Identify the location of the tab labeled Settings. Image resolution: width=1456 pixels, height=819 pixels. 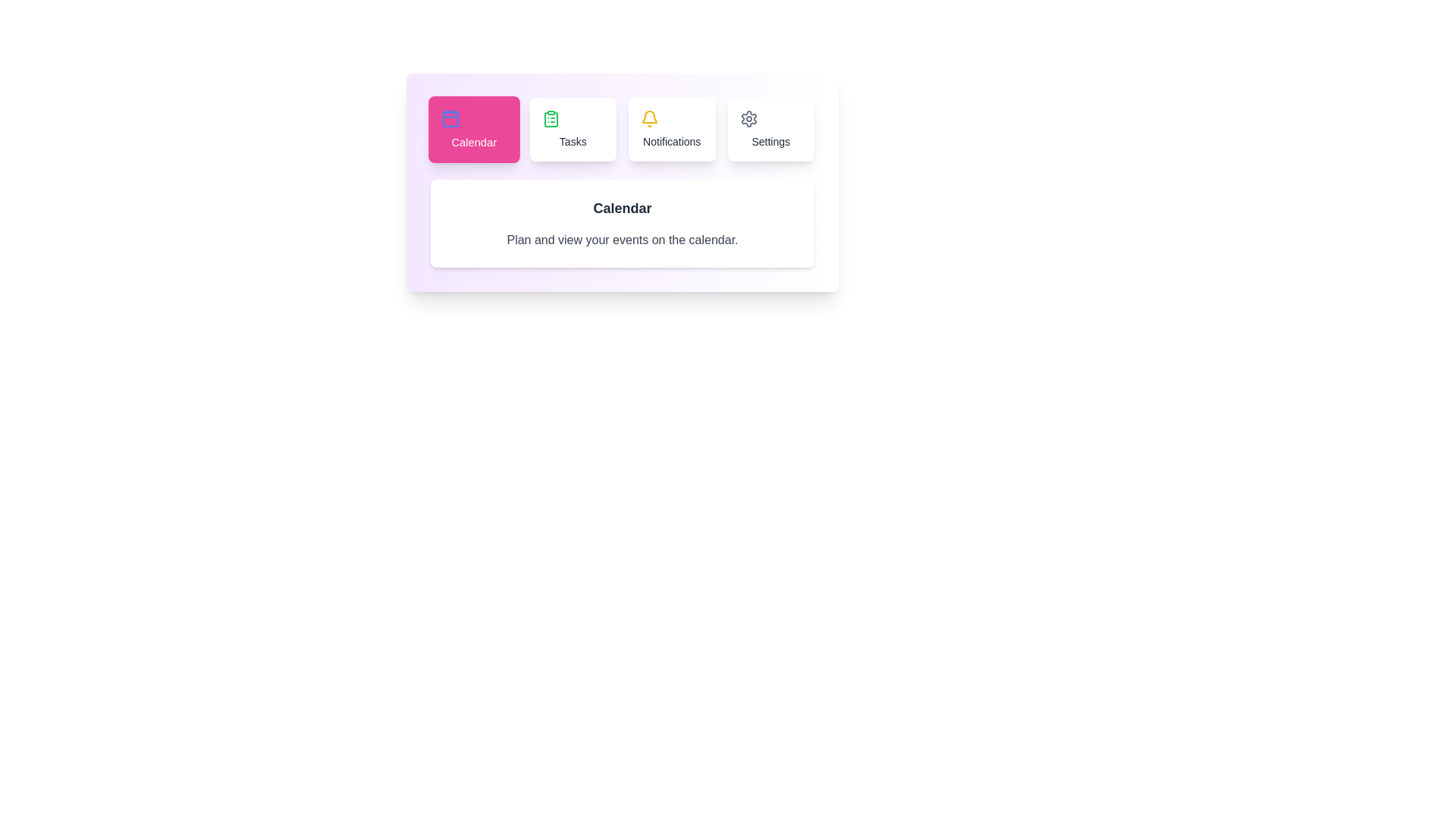
(770, 128).